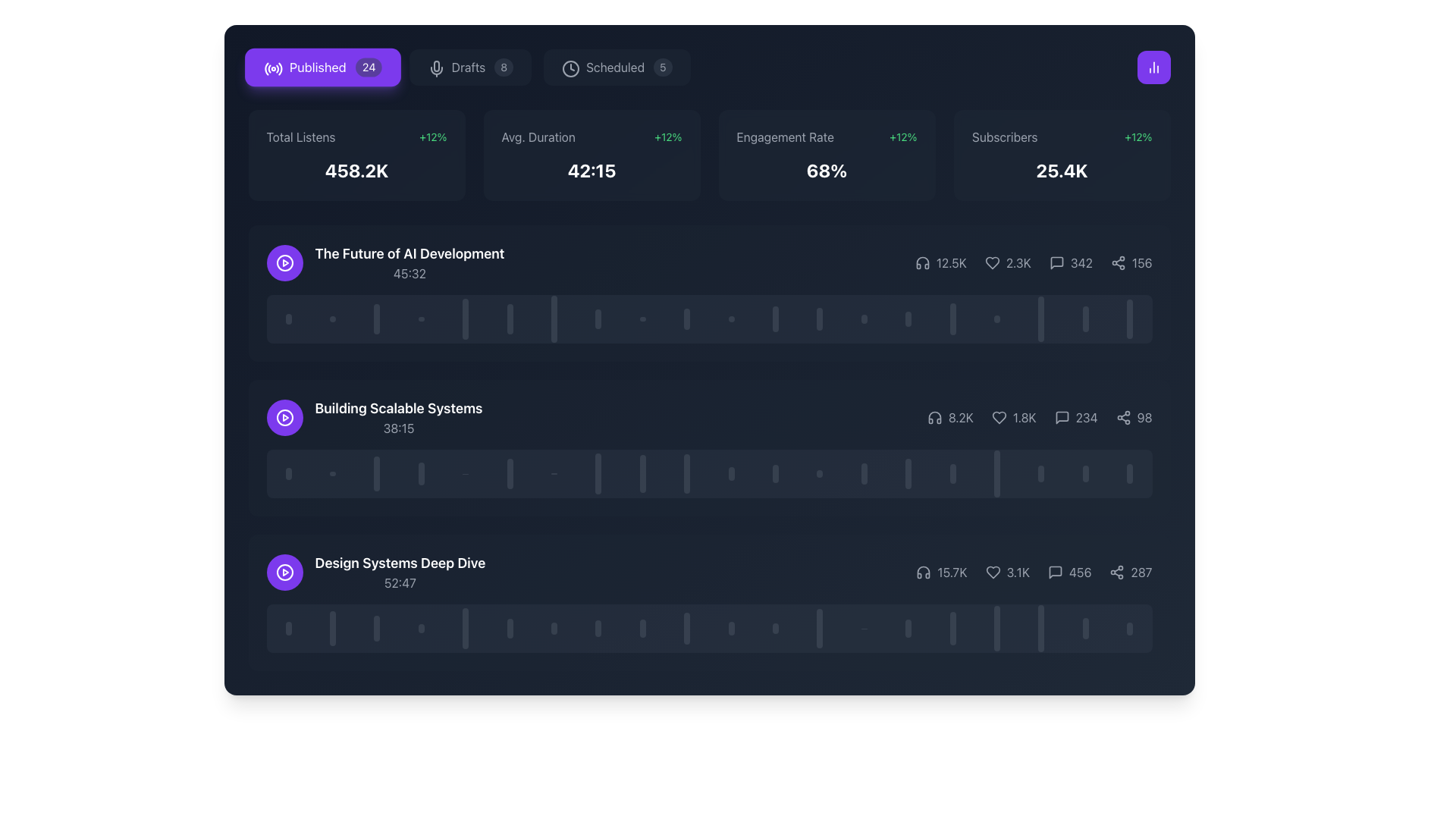 The width and height of the screenshot is (1456, 819). I want to click on the Statistic label displaying '3.1K' with a heart icon, located in the bottommost row of statistics, so click(1007, 573).